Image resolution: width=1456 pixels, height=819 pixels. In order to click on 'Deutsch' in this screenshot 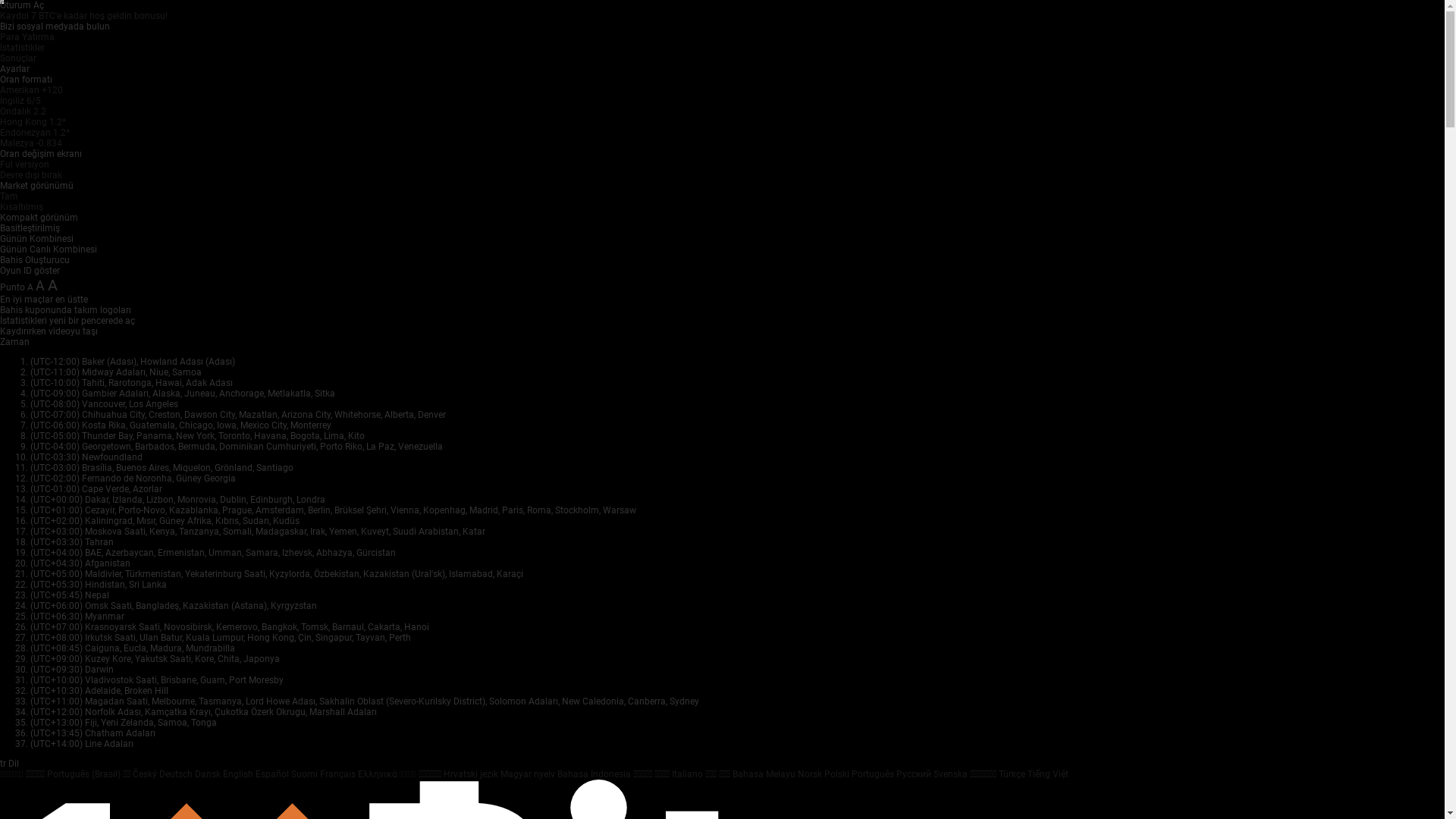, I will do `click(177, 774)`.